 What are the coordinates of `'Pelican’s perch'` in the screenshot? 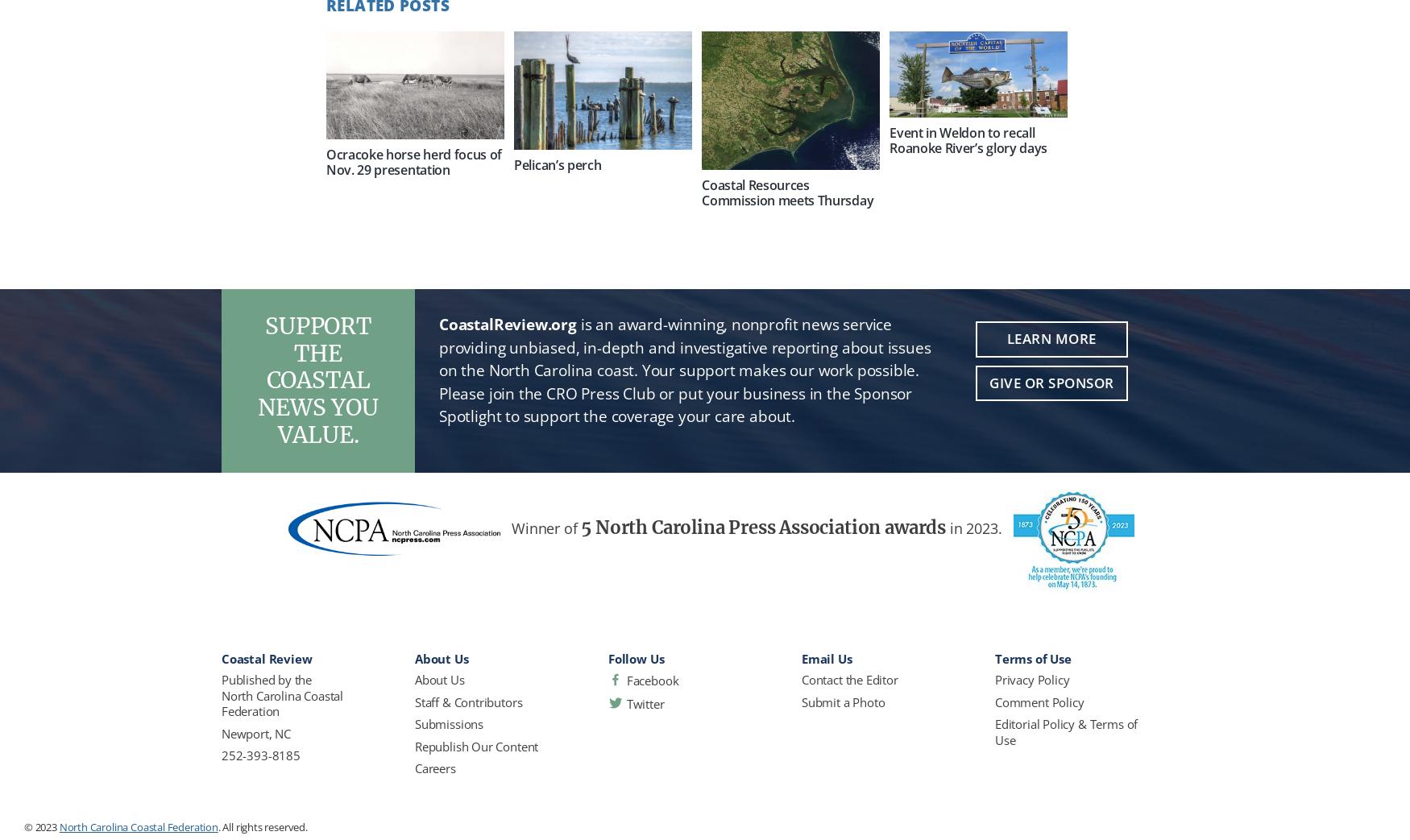 It's located at (557, 163).